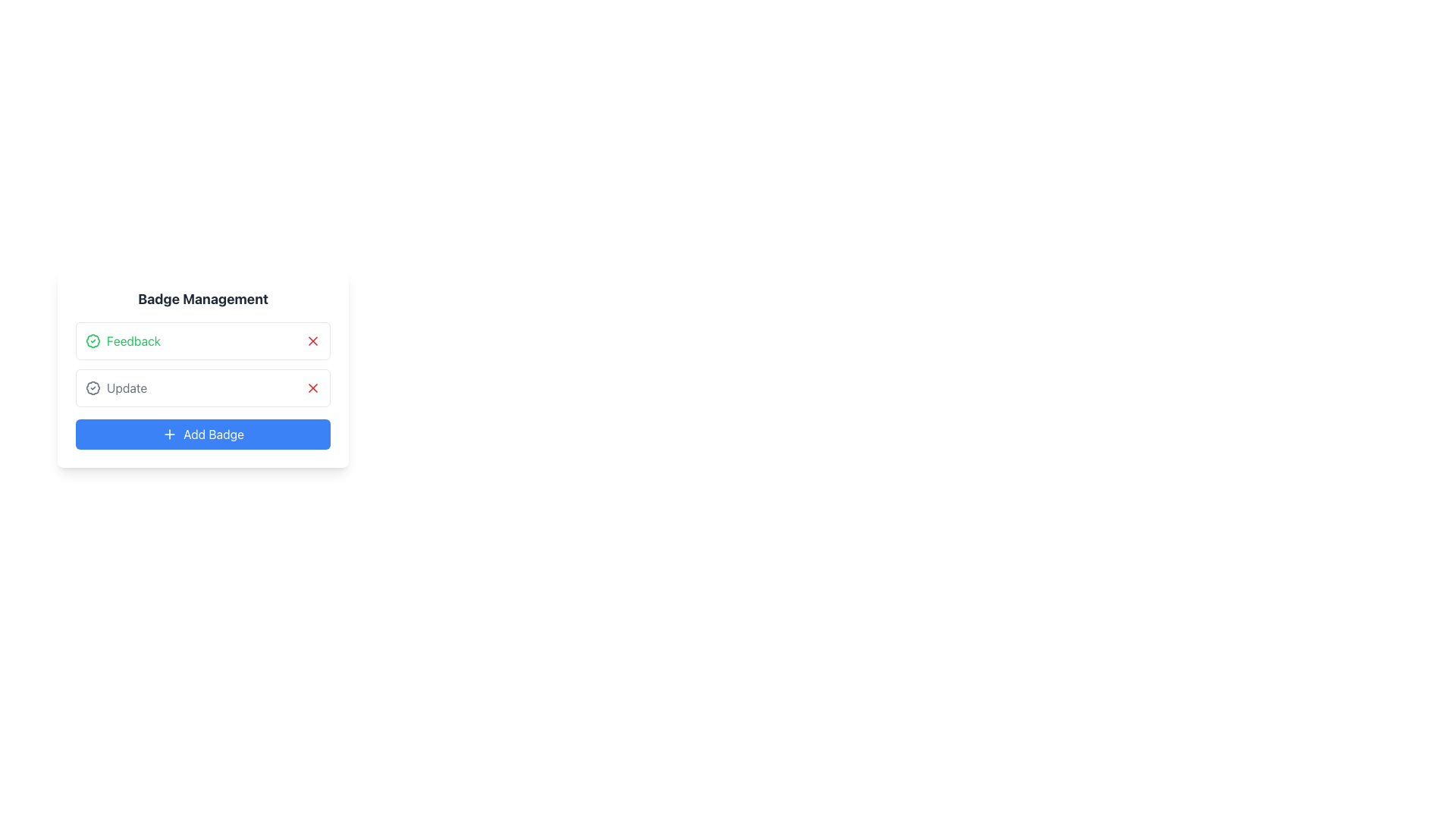  Describe the element at coordinates (202, 435) in the screenshot. I see `the 'Add Badge' button, which is rectangular with rounded corners, blue background, white centered text, and a '+' icon to the left, located in the 'Badge Management' section` at that location.